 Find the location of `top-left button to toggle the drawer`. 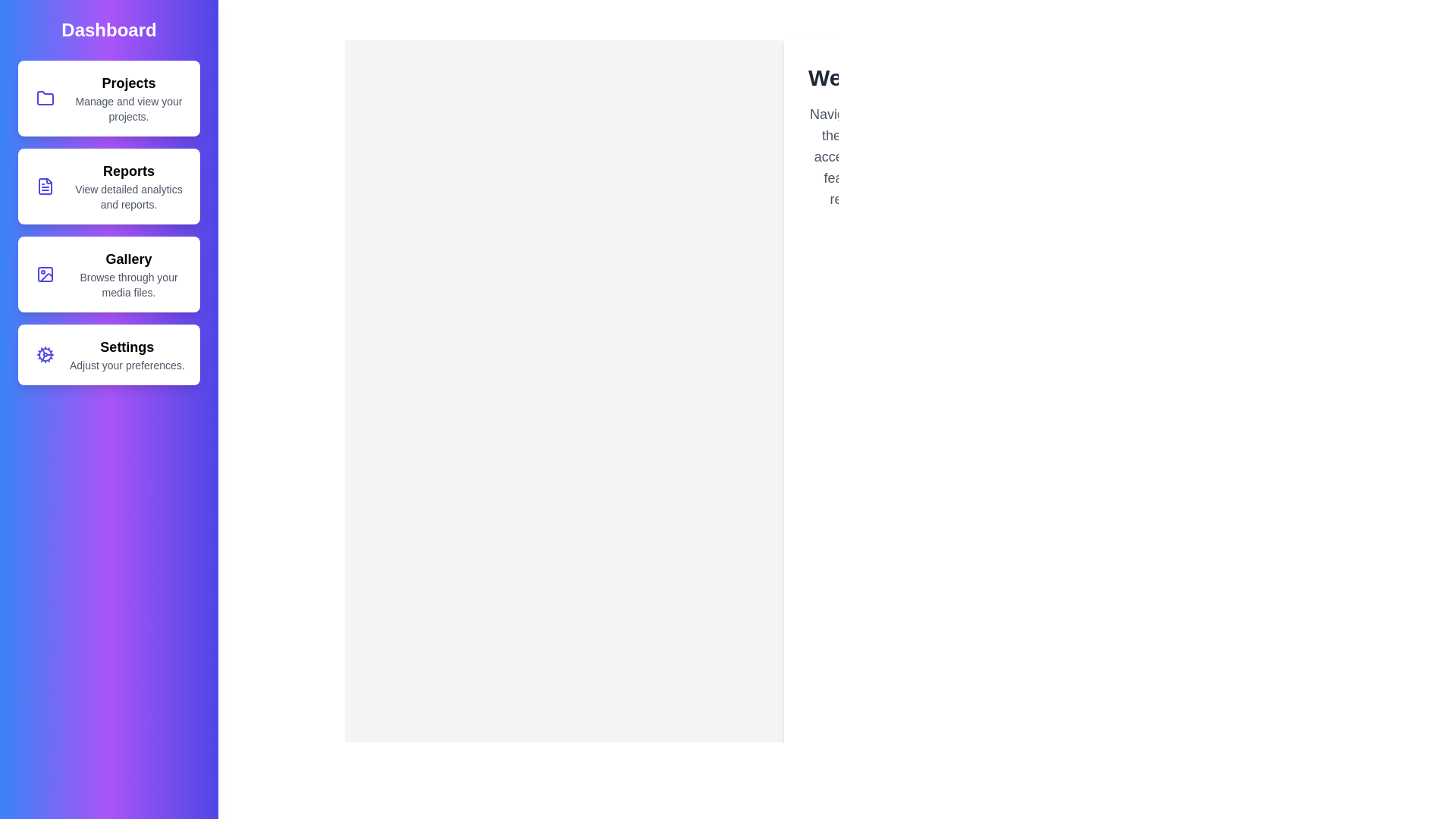

top-left button to toggle the drawer is located at coordinates (30, 30).